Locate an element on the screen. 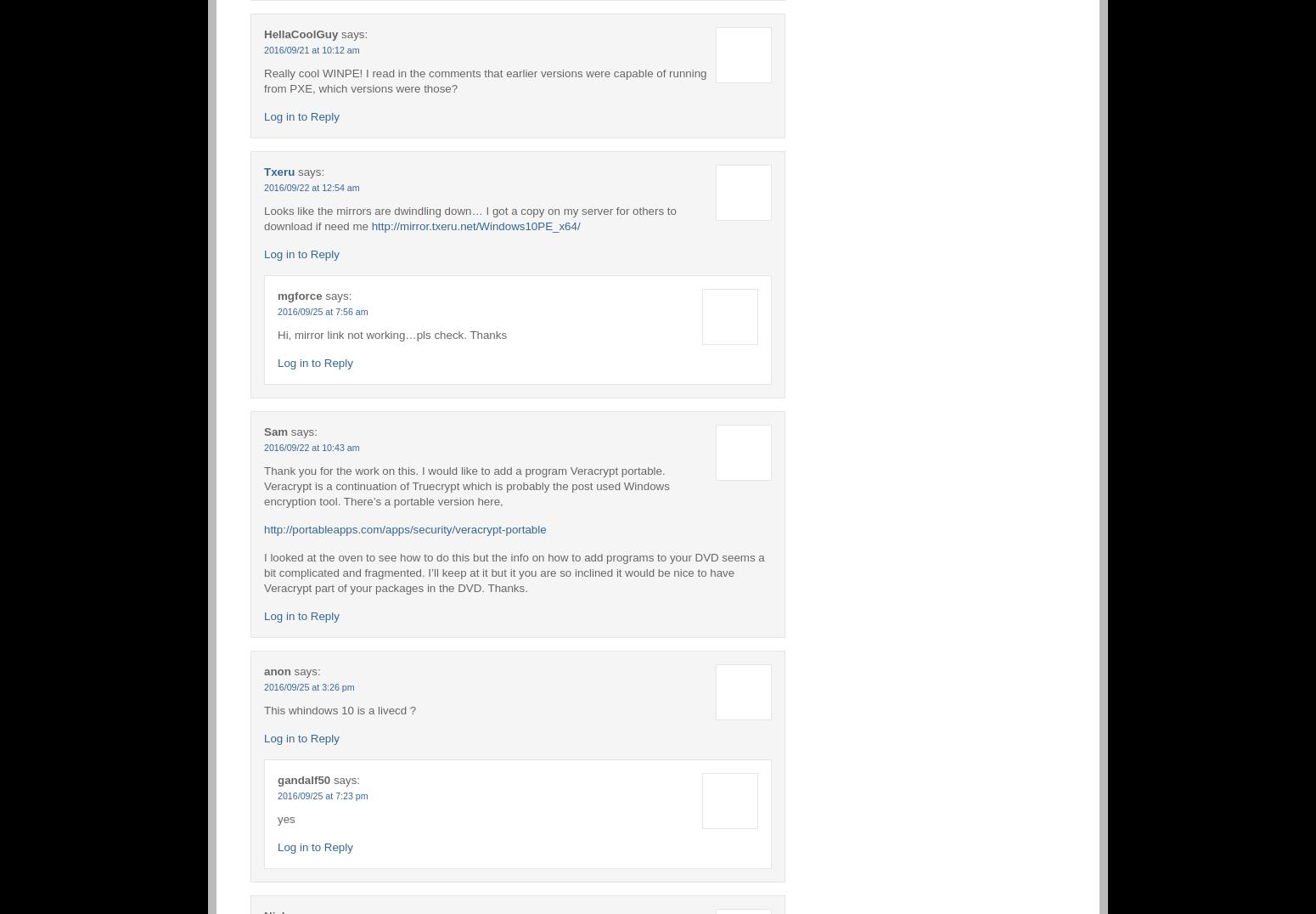 The height and width of the screenshot is (914, 1316). '2016/09/25 at 7:56 am' is located at coordinates (322, 309).